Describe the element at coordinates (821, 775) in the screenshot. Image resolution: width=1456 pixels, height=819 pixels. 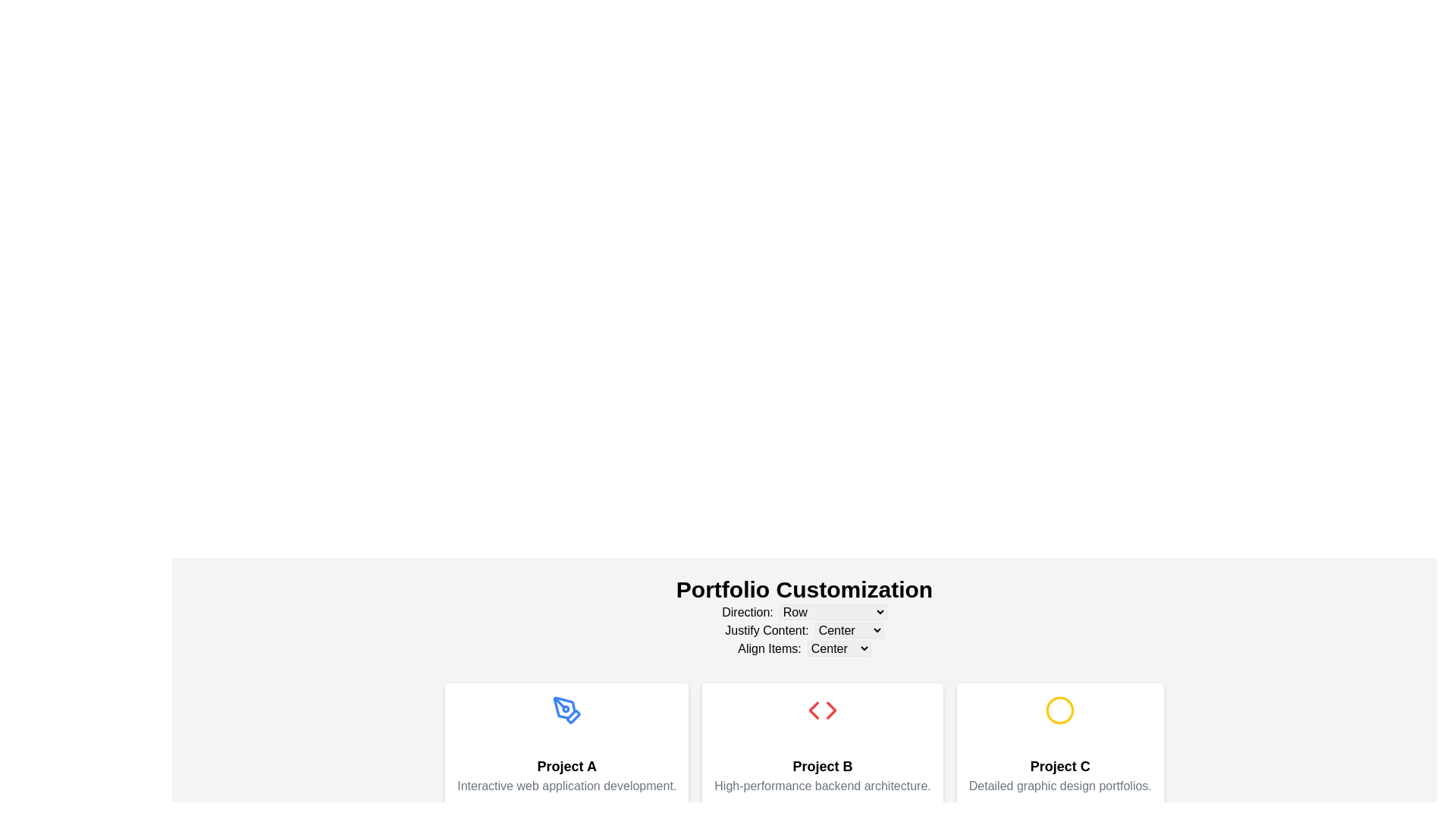
I see `the text block containing the bold title 'Project B' and the description 'High-performance backend architecture.'` at that location.